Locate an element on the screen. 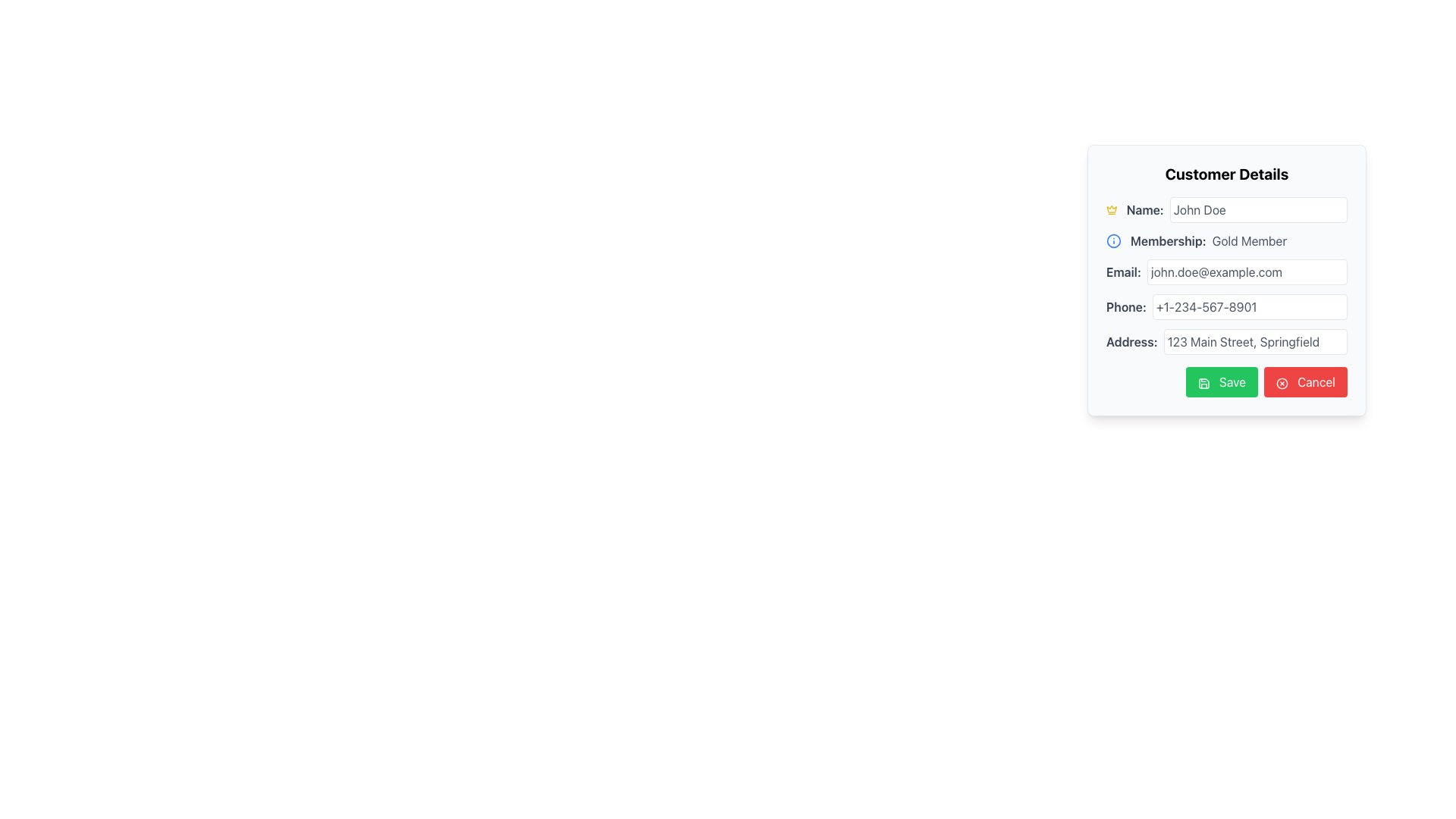 This screenshot has width=1456, height=819. the text label that reads 'Email:', styled in bold and dark gray, located in the 'Customer Details' section, before the email input field is located at coordinates (1124, 271).